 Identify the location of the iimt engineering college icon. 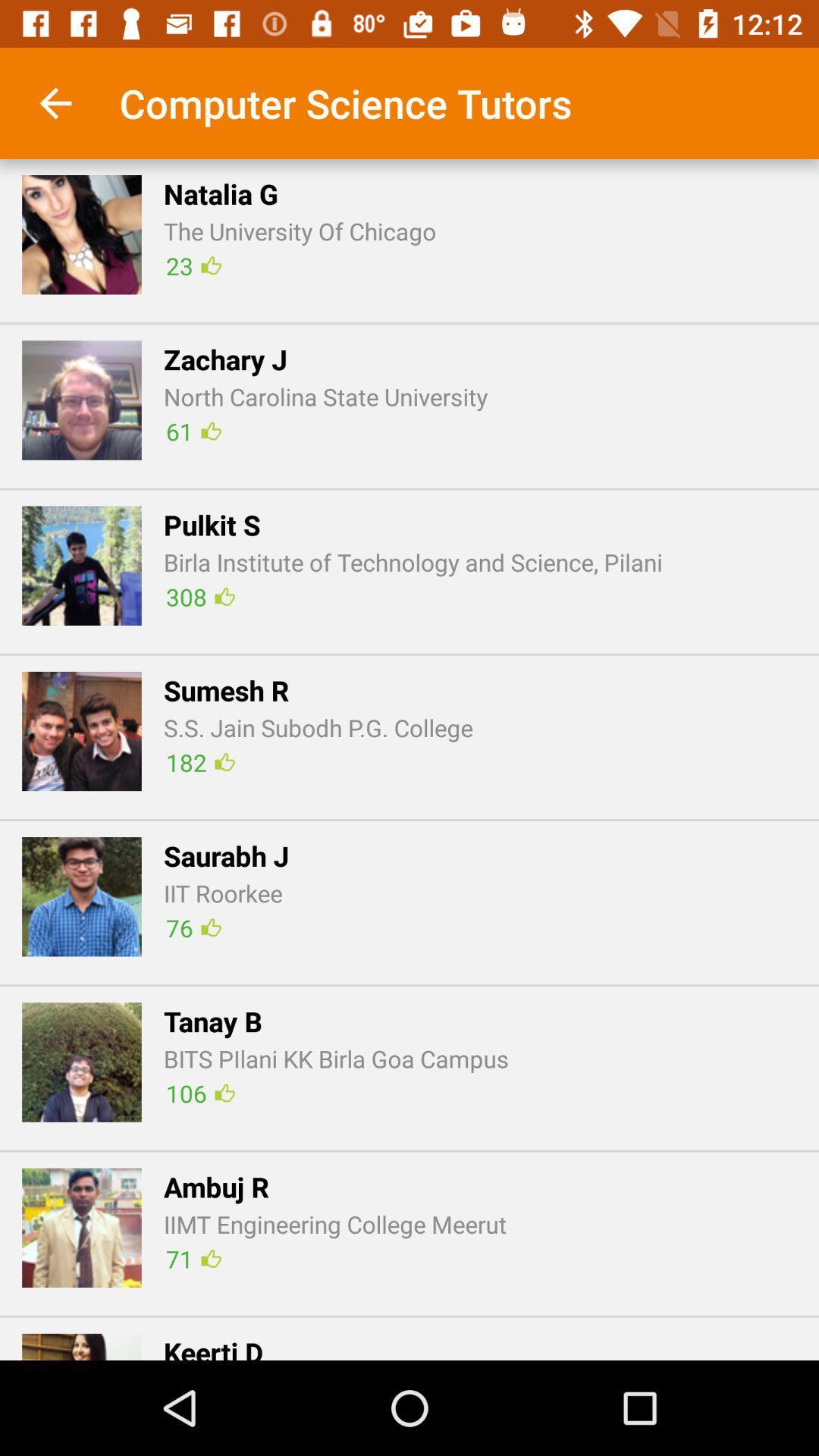
(334, 1224).